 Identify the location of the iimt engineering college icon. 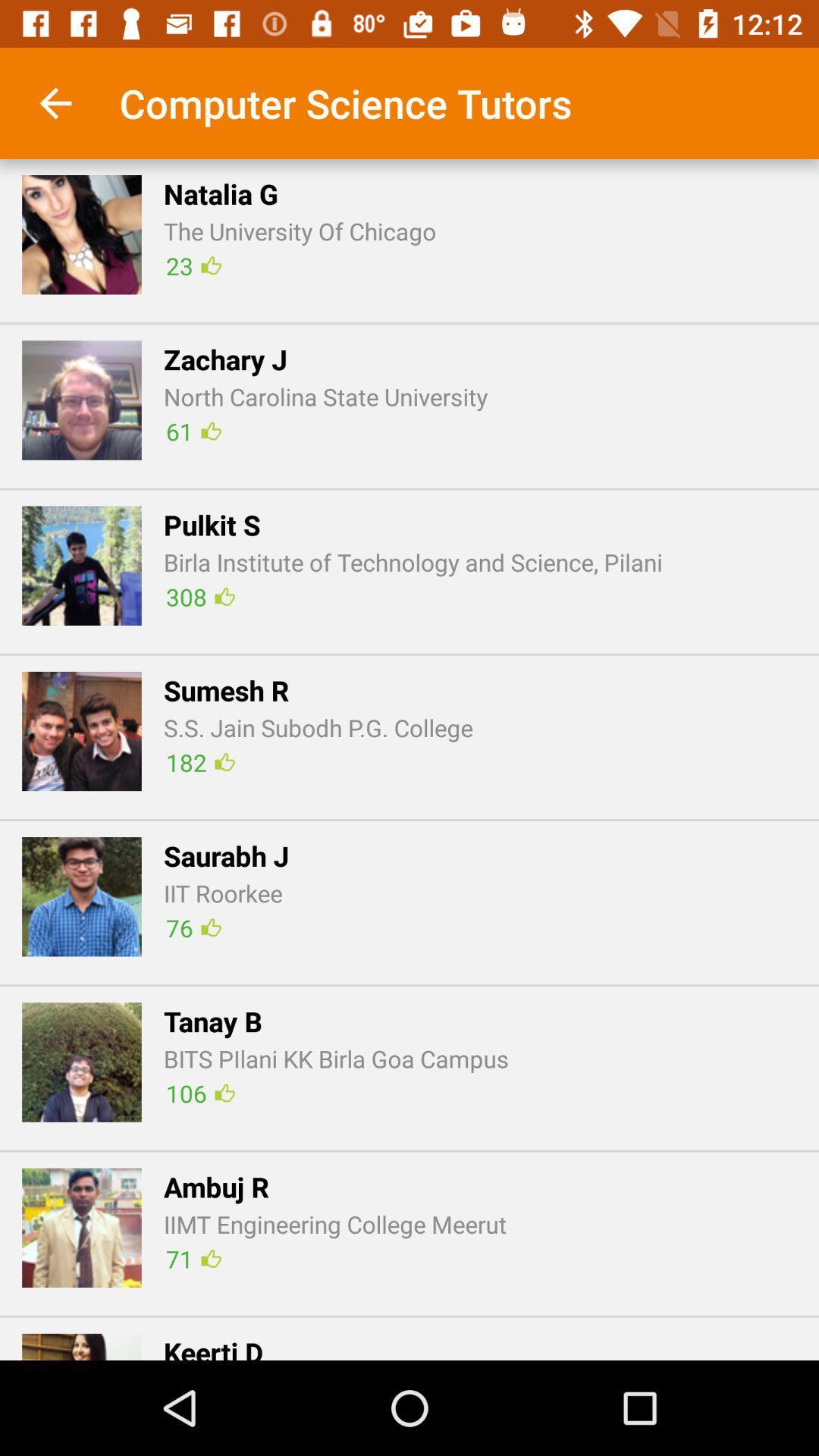
(334, 1224).